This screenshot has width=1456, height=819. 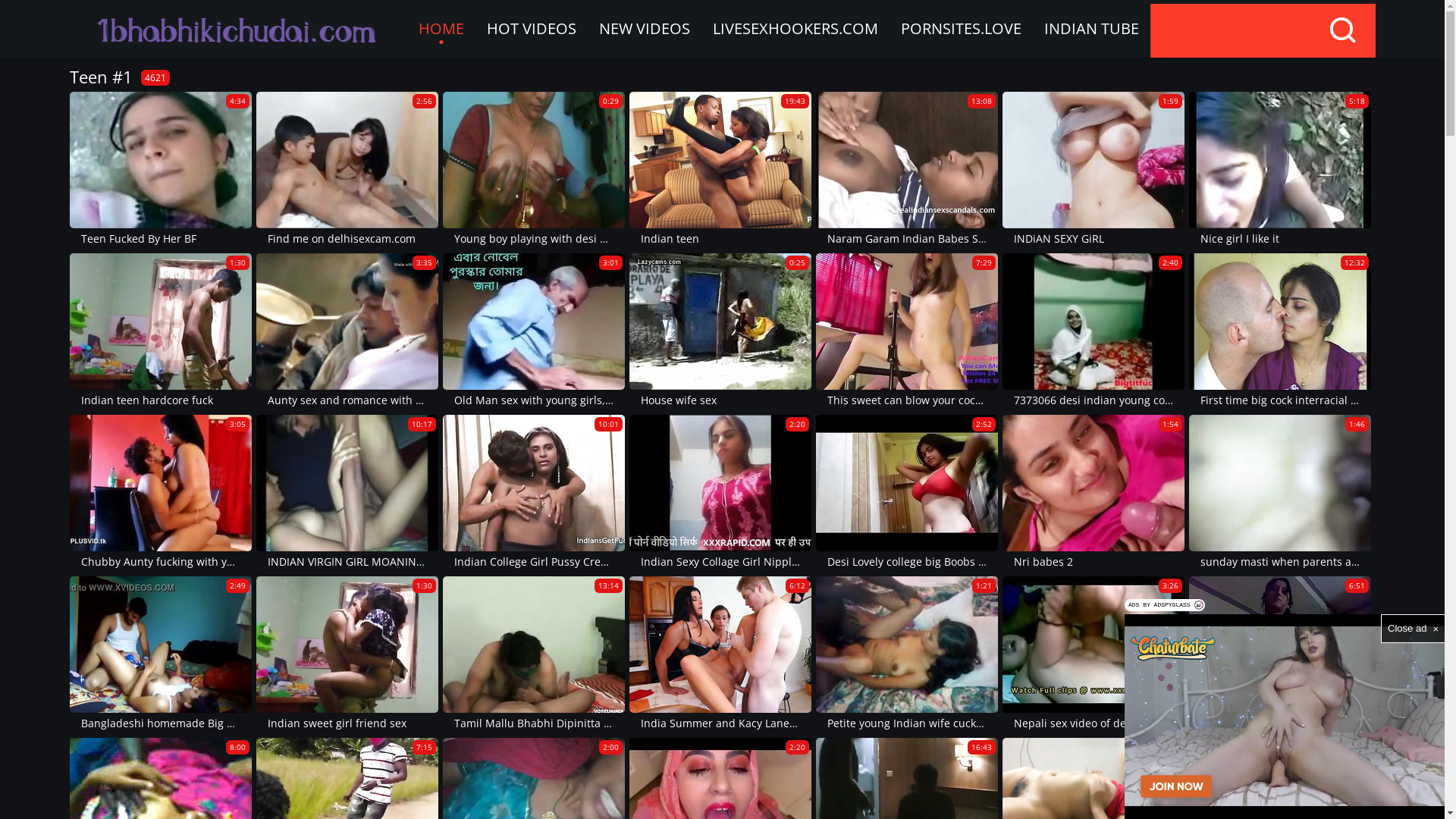 I want to click on '1:46, so click(x=1188, y=493).